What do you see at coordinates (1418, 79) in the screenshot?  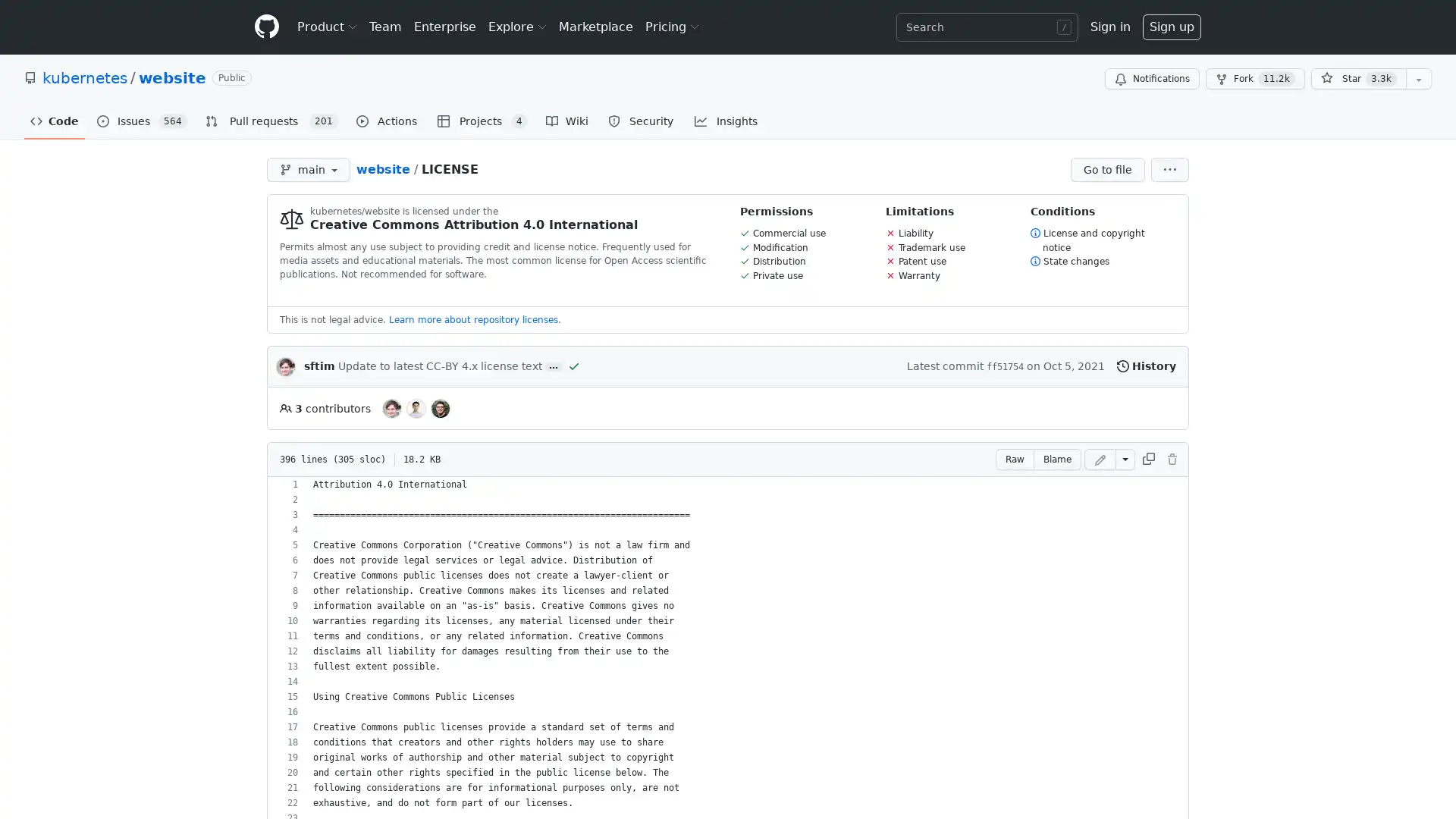 I see `You must be signed in to add this repository to a list` at bounding box center [1418, 79].